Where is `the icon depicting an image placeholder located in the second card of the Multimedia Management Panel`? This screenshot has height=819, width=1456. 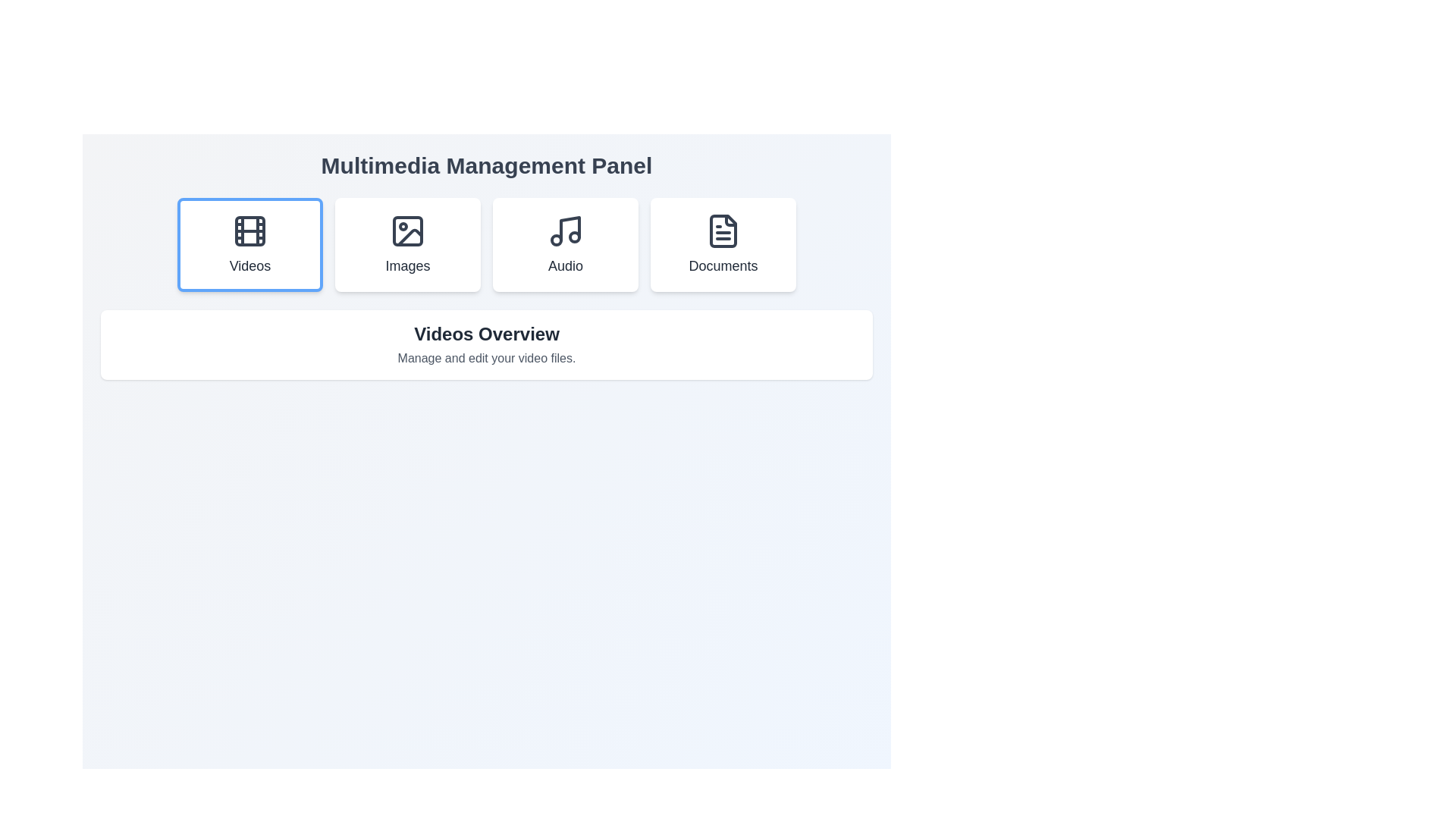
the icon depicting an image placeholder located in the second card of the Multimedia Management Panel is located at coordinates (407, 231).